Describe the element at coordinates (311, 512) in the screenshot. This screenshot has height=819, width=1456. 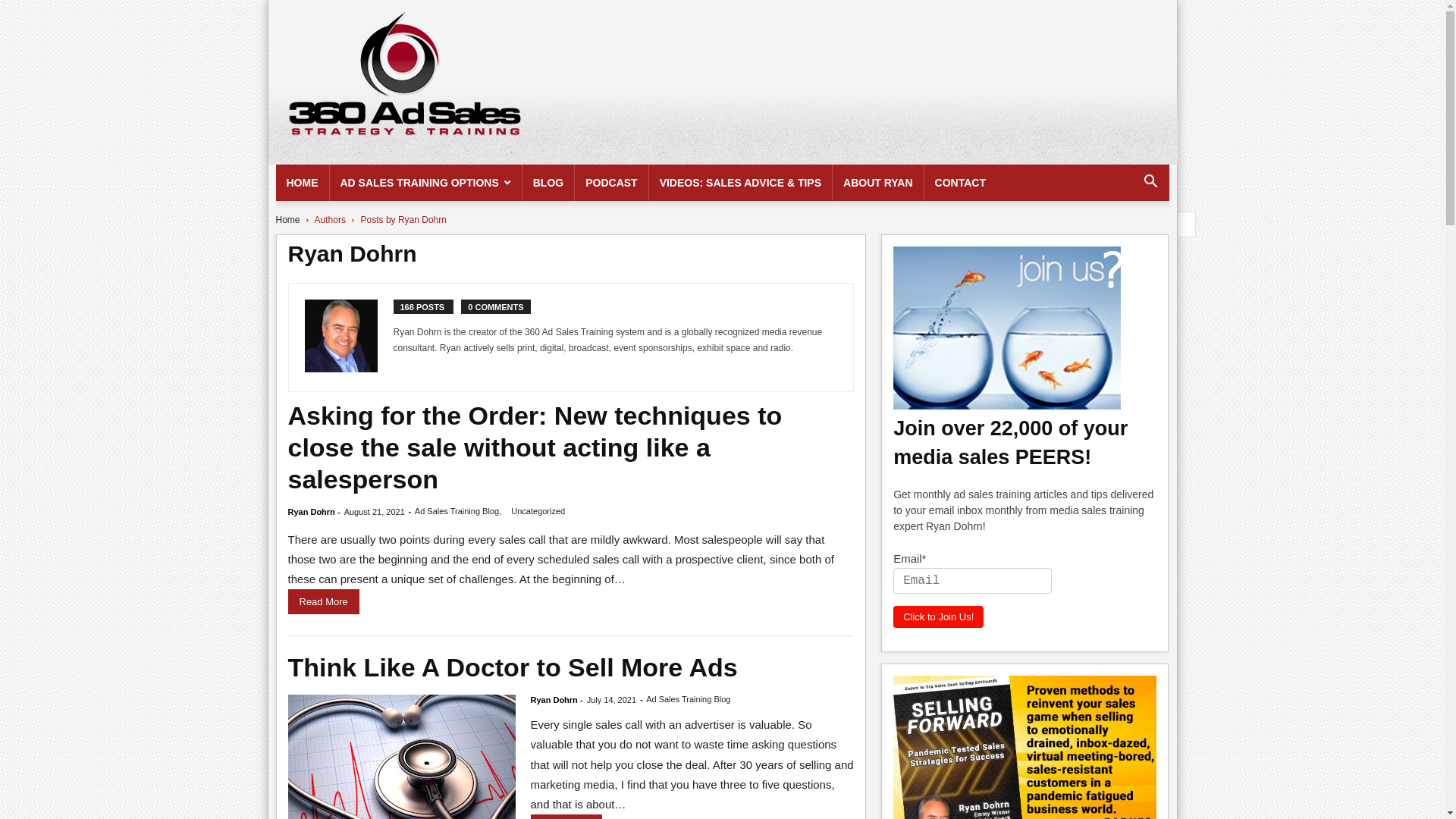
I see `'Ryan Dohrn'` at that location.